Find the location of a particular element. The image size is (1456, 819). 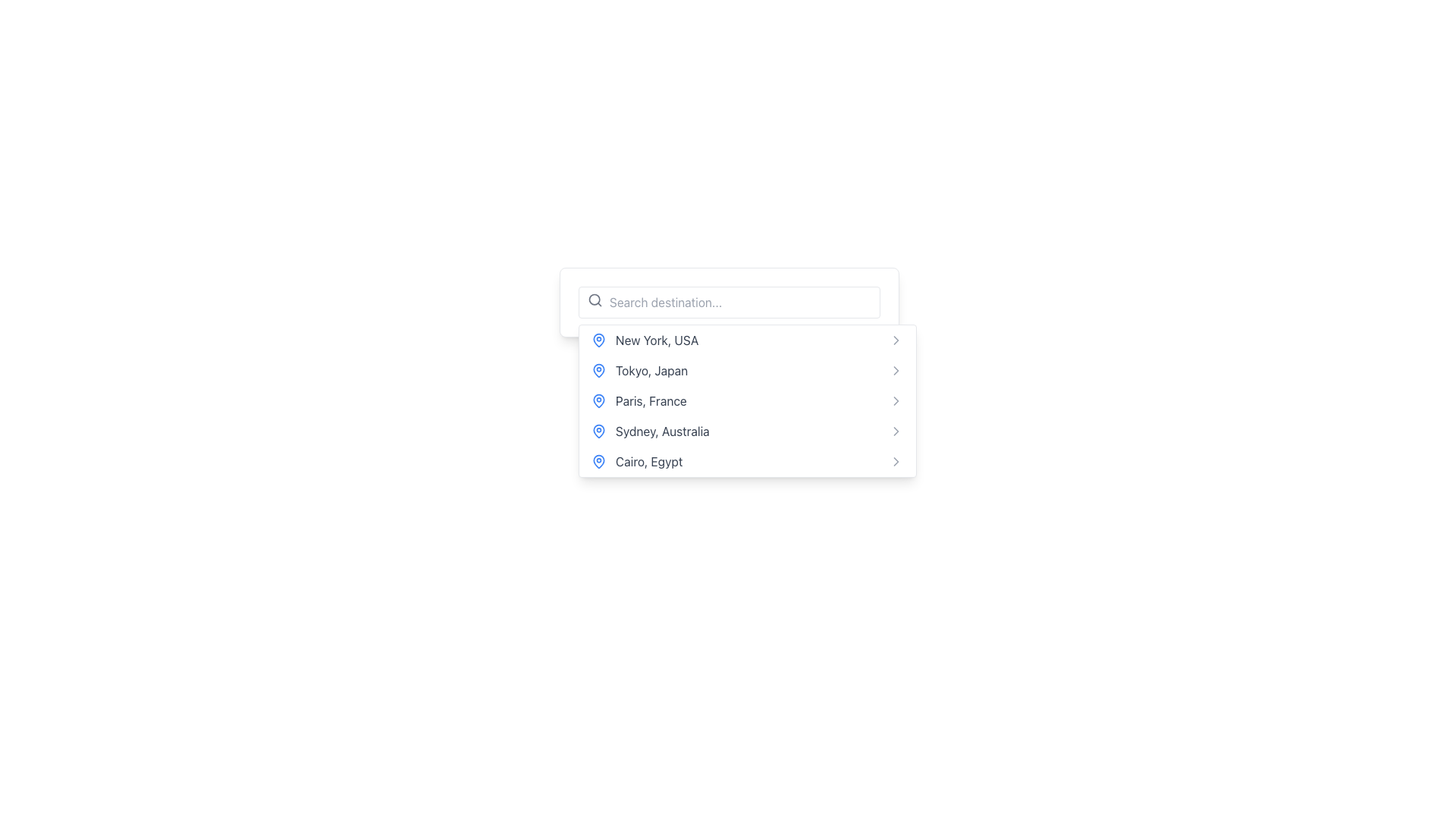

the location indicator icon positioned to the left of the text 'New York, USA', which is the first icon in a vertical list of location markers is located at coordinates (598, 339).